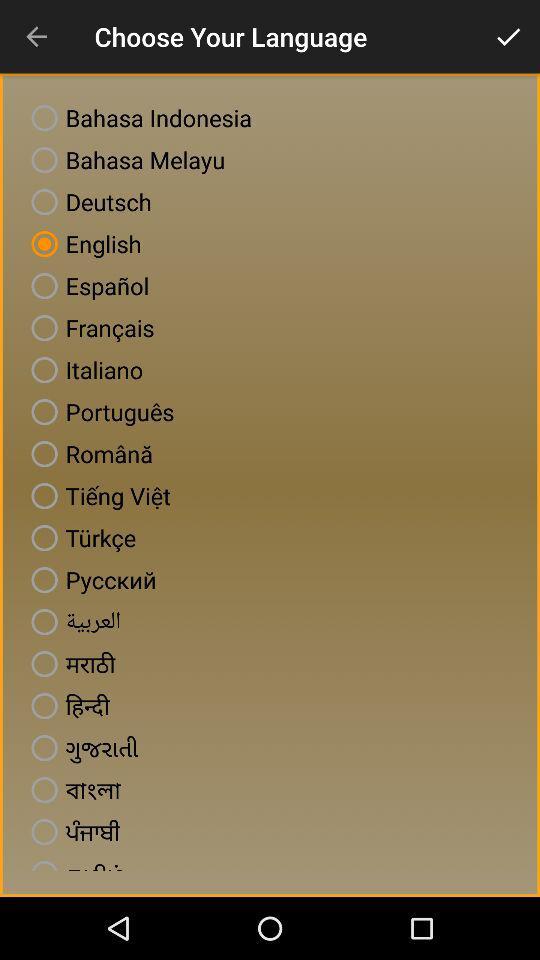 This screenshot has width=540, height=960. What do you see at coordinates (82, 369) in the screenshot?
I see `the italiano icon` at bounding box center [82, 369].